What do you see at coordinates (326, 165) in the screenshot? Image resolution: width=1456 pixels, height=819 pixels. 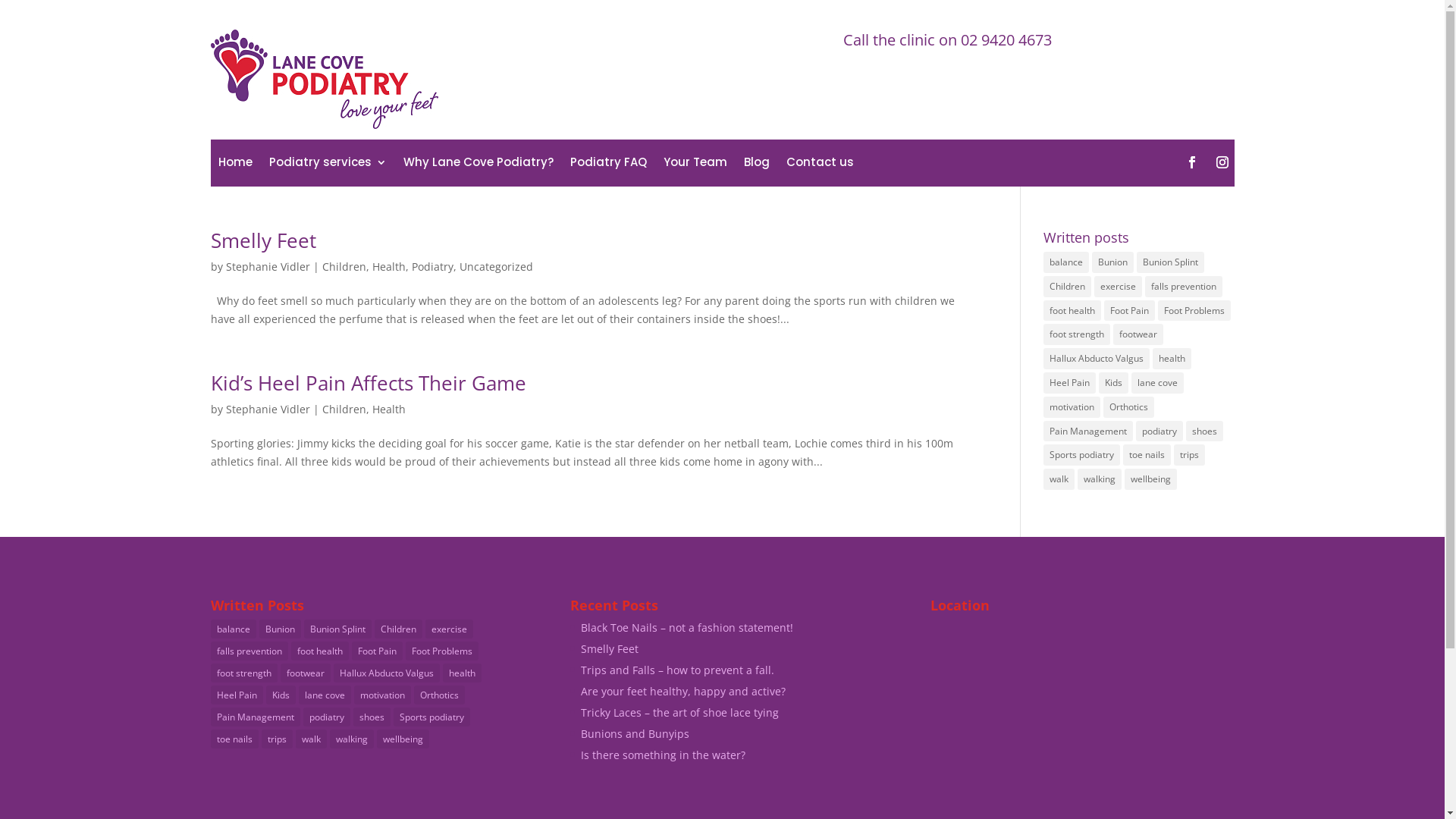 I see `'Podiatry services'` at bounding box center [326, 165].